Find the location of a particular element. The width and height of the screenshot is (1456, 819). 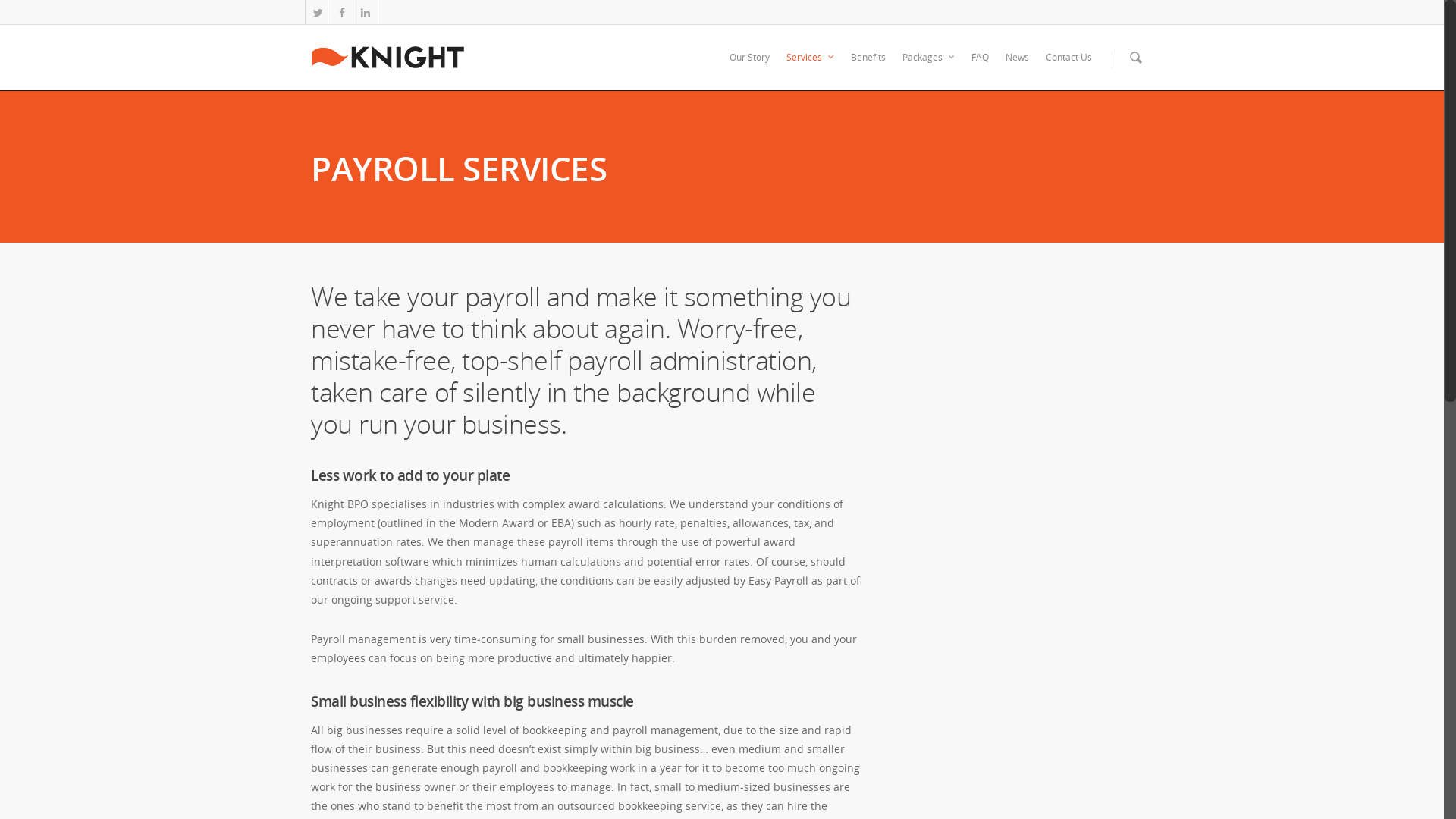

'Contact Us' is located at coordinates (1068, 67).